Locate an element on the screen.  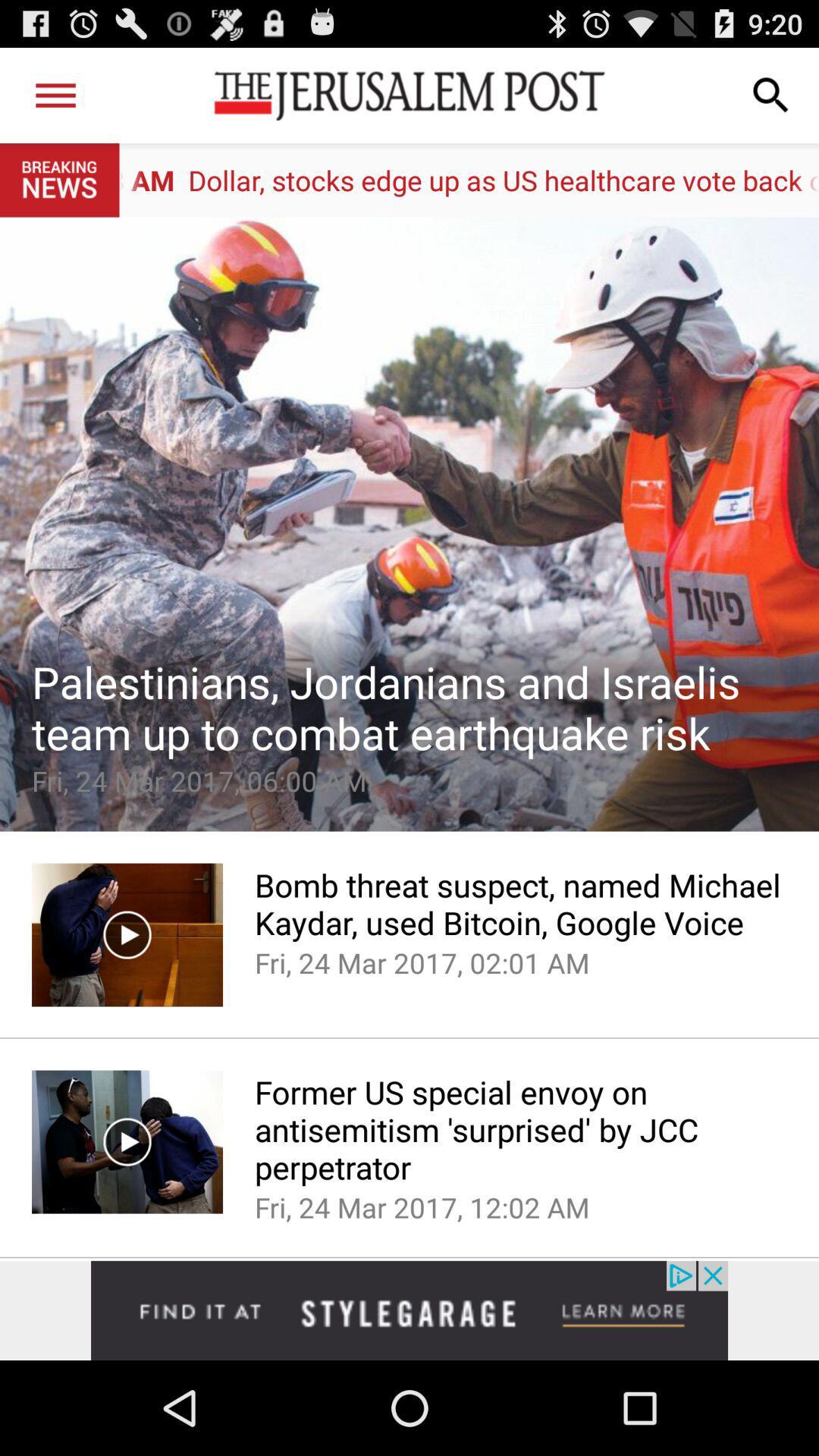
options is located at coordinates (55, 94).